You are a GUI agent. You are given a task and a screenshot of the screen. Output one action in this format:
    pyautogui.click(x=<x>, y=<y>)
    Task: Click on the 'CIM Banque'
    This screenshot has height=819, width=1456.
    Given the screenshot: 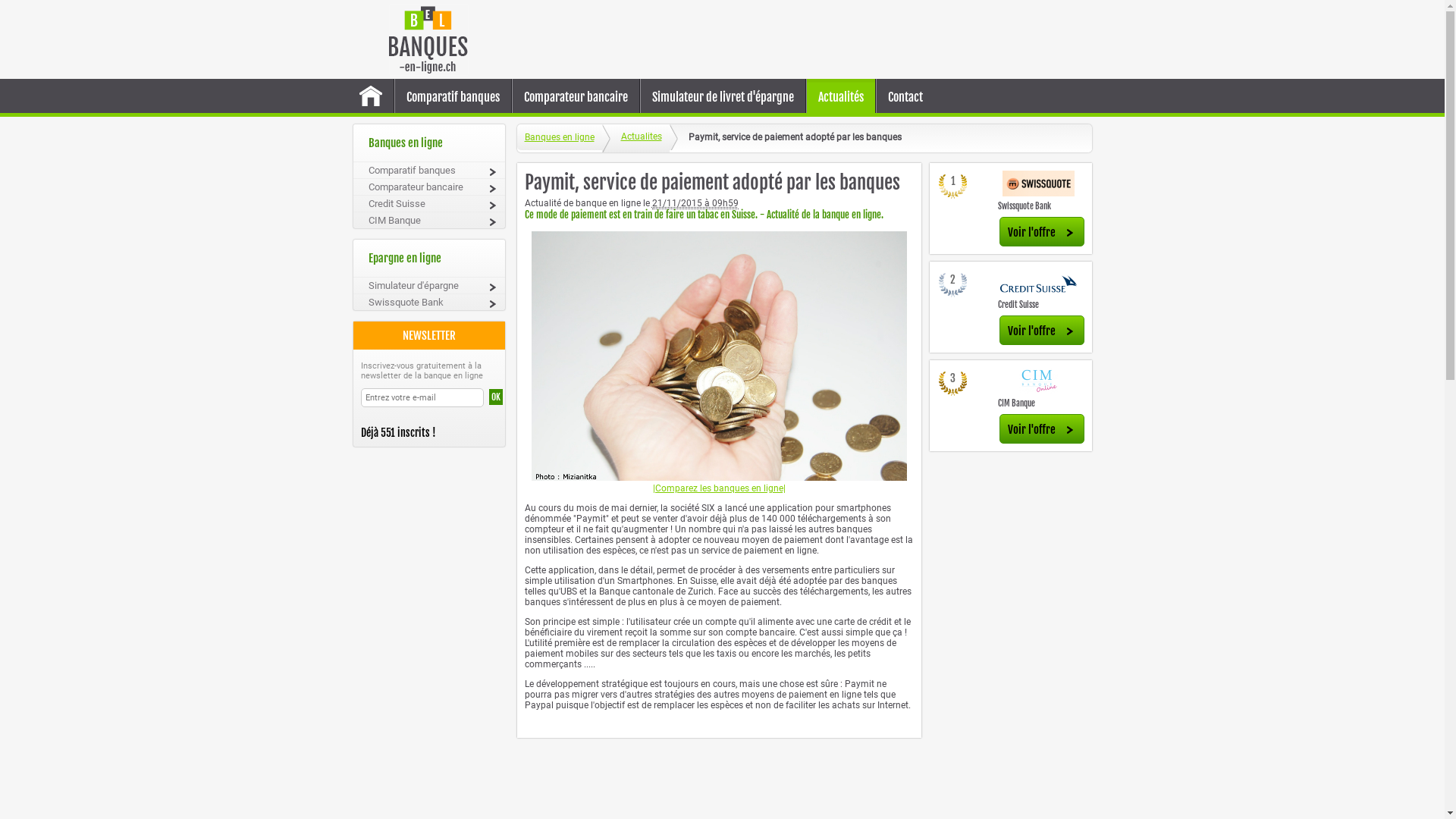 What is the action you would take?
    pyautogui.click(x=428, y=220)
    